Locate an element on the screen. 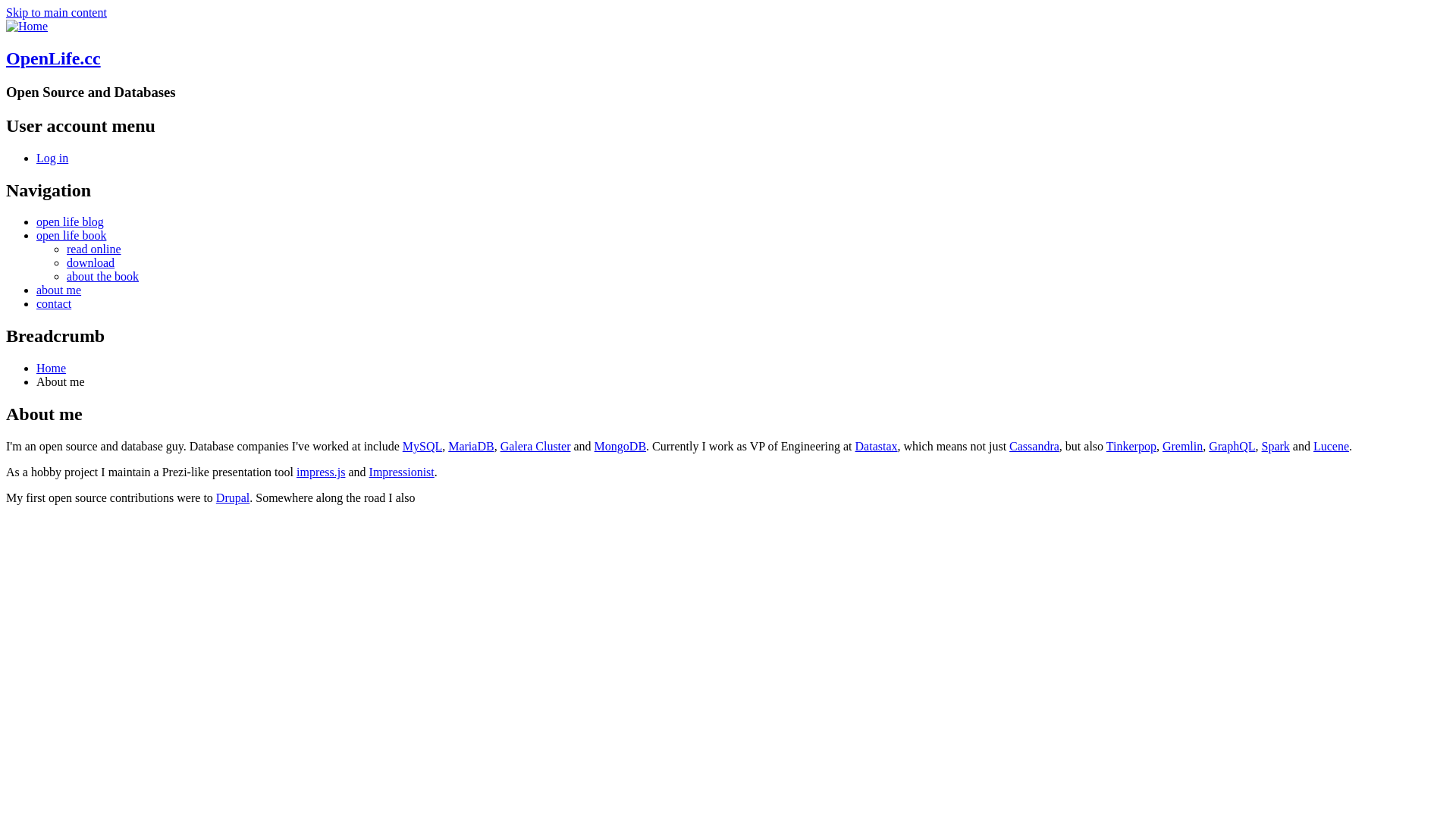 This screenshot has height=819, width=1456. 'contact' is located at coordinates (54, 303).